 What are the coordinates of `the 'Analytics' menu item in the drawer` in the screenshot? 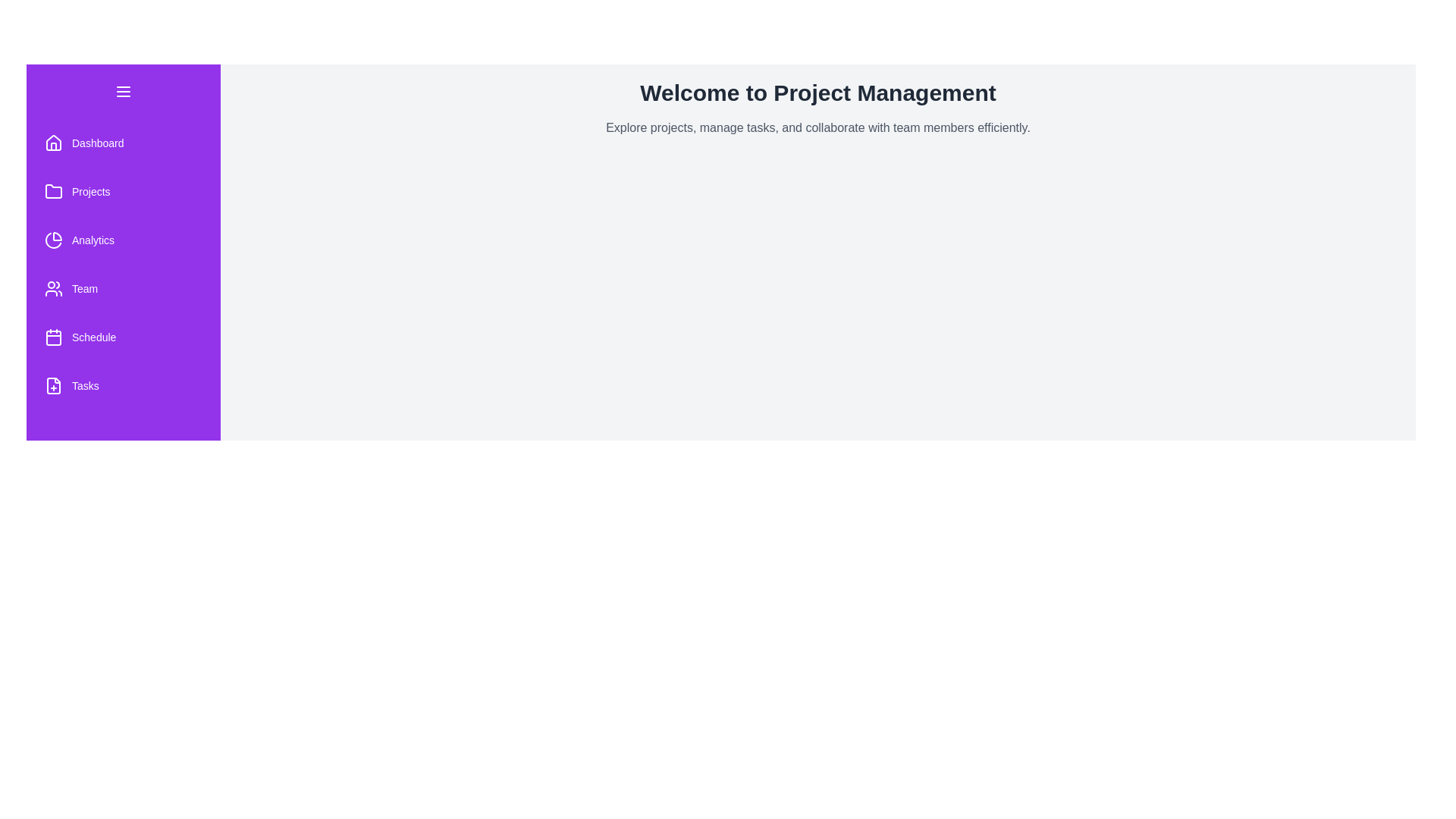 It's located at (124, 239).